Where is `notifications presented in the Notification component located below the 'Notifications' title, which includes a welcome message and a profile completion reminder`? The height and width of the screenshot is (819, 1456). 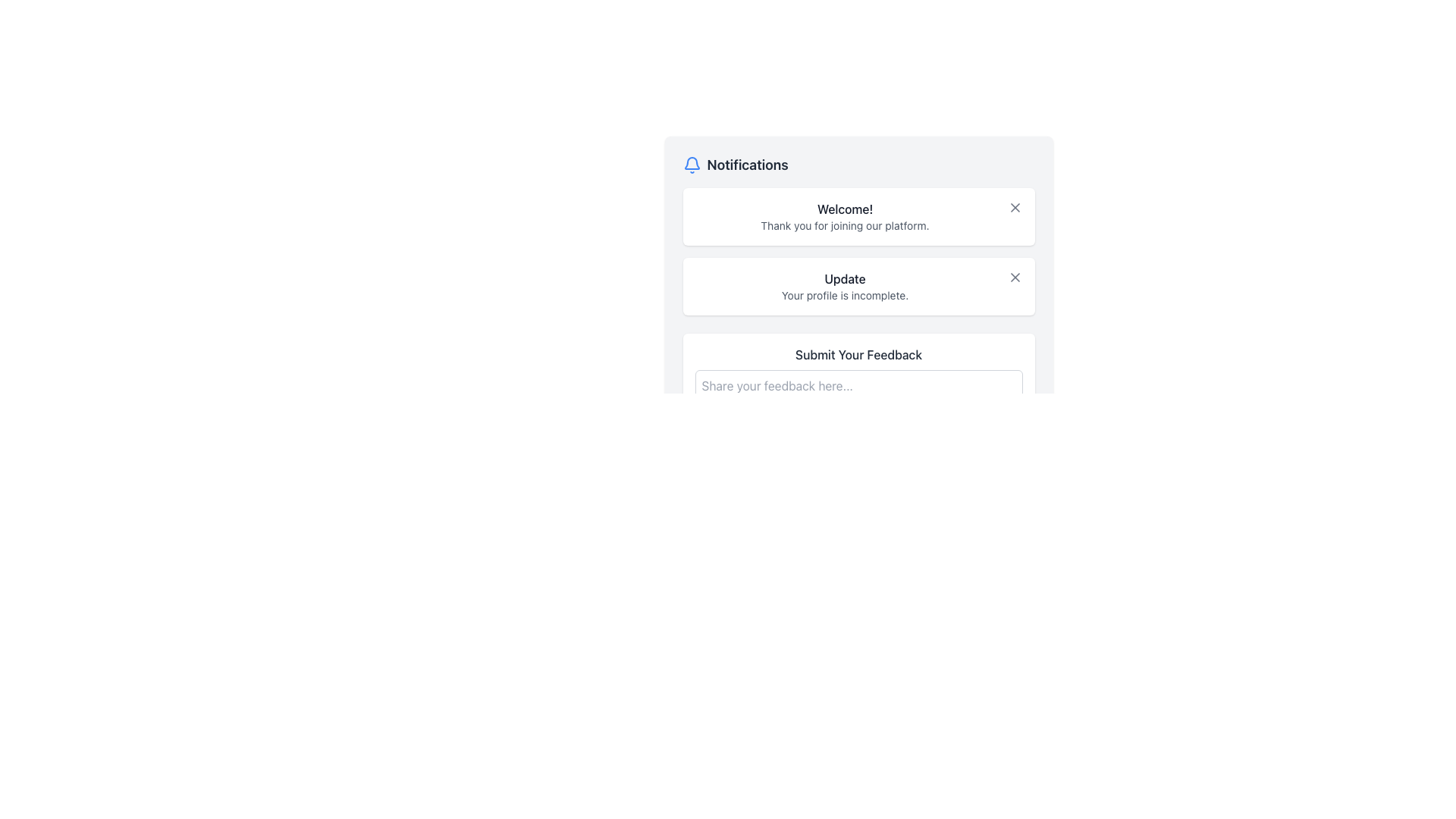
notifications presented in the Notification component located below the 'Notifications' title, which includes a welcome message and a profile completion reminder is located at coordinates (858, 250).